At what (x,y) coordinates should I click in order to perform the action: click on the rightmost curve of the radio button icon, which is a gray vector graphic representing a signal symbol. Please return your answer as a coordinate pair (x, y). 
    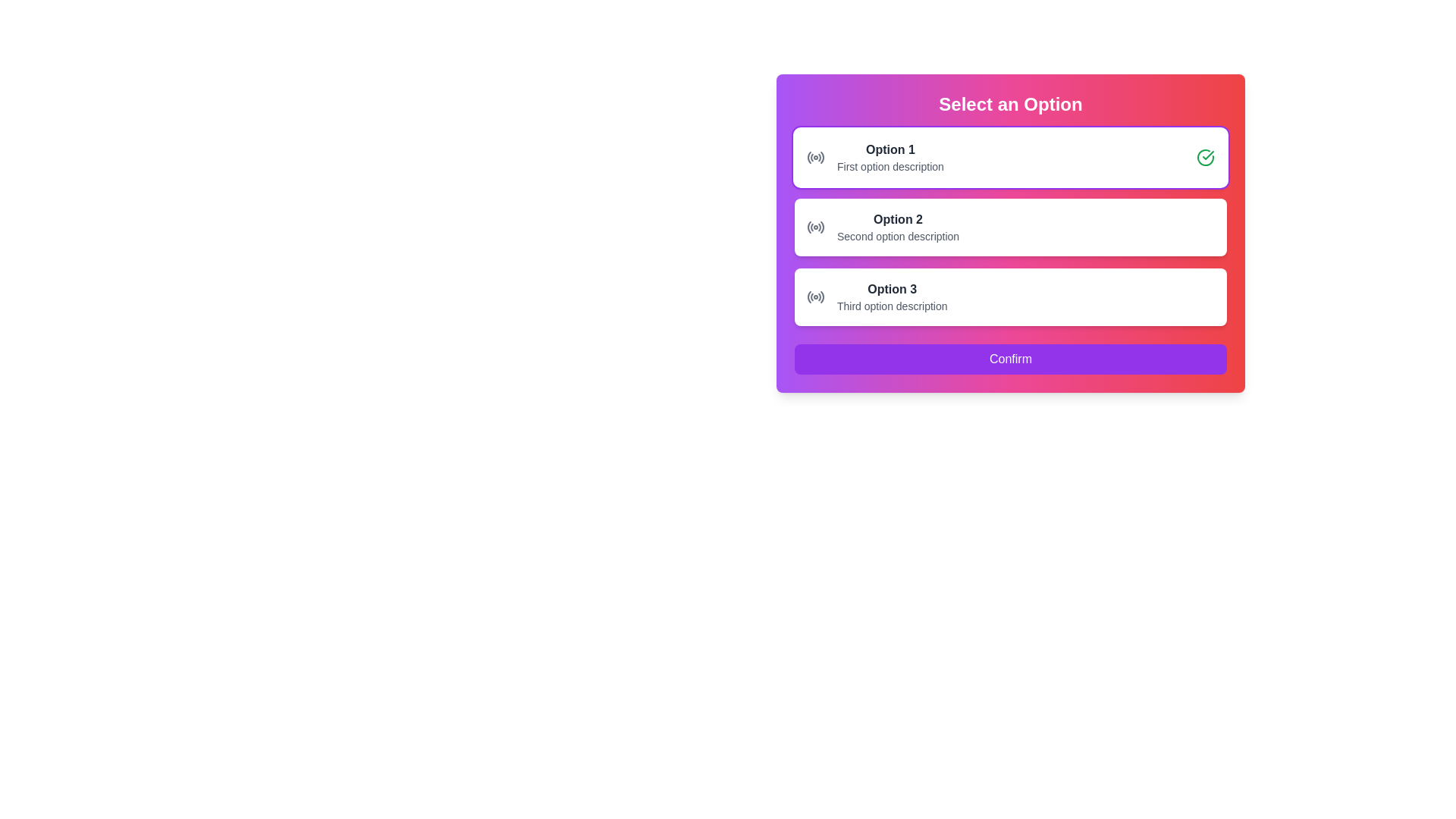
    Looking at the image, I should click on (821, 157).